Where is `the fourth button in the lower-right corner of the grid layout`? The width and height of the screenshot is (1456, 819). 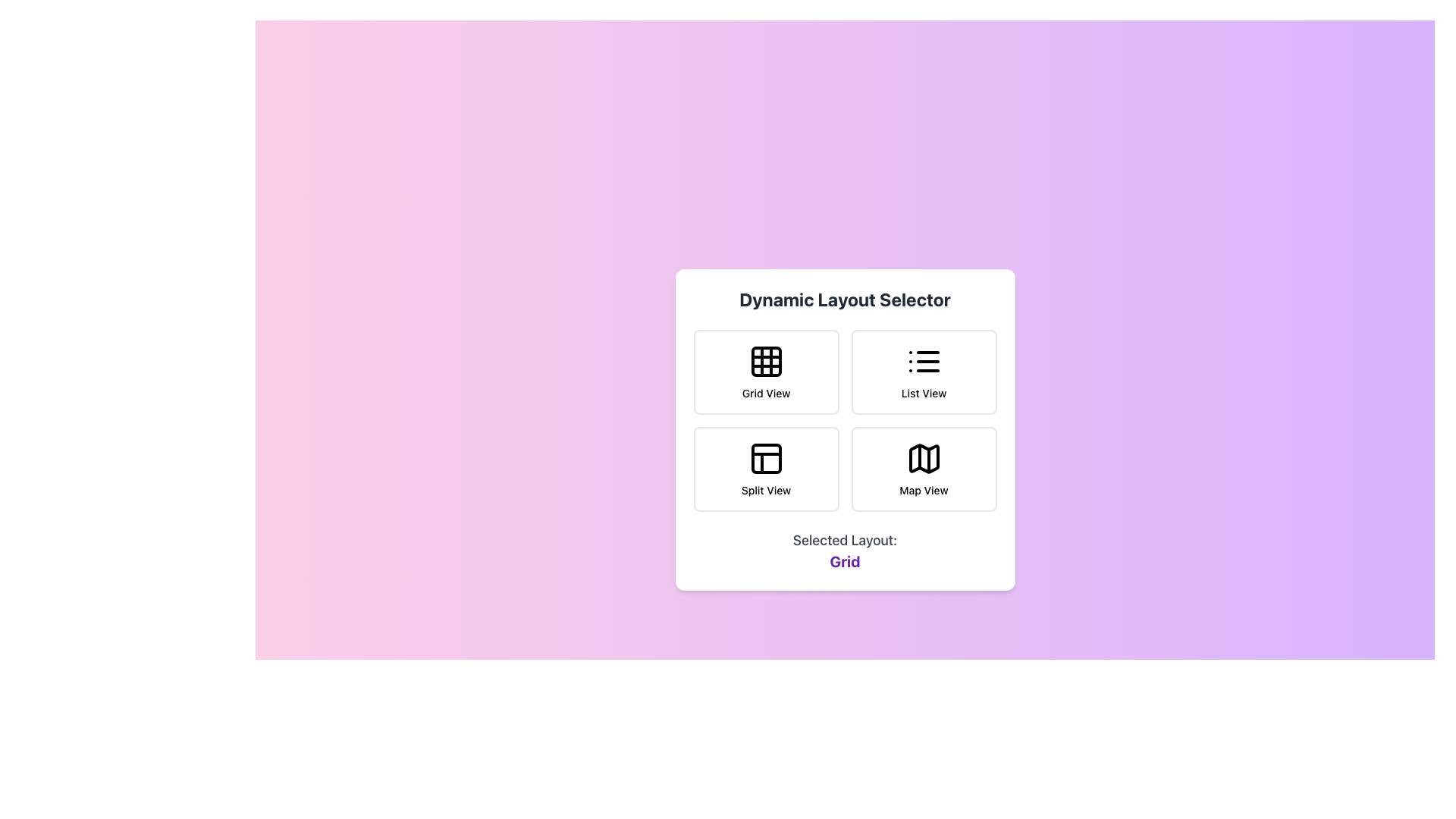 the fourth button in the lower-right corner of the grid layout is located at coordinates (923, 468).